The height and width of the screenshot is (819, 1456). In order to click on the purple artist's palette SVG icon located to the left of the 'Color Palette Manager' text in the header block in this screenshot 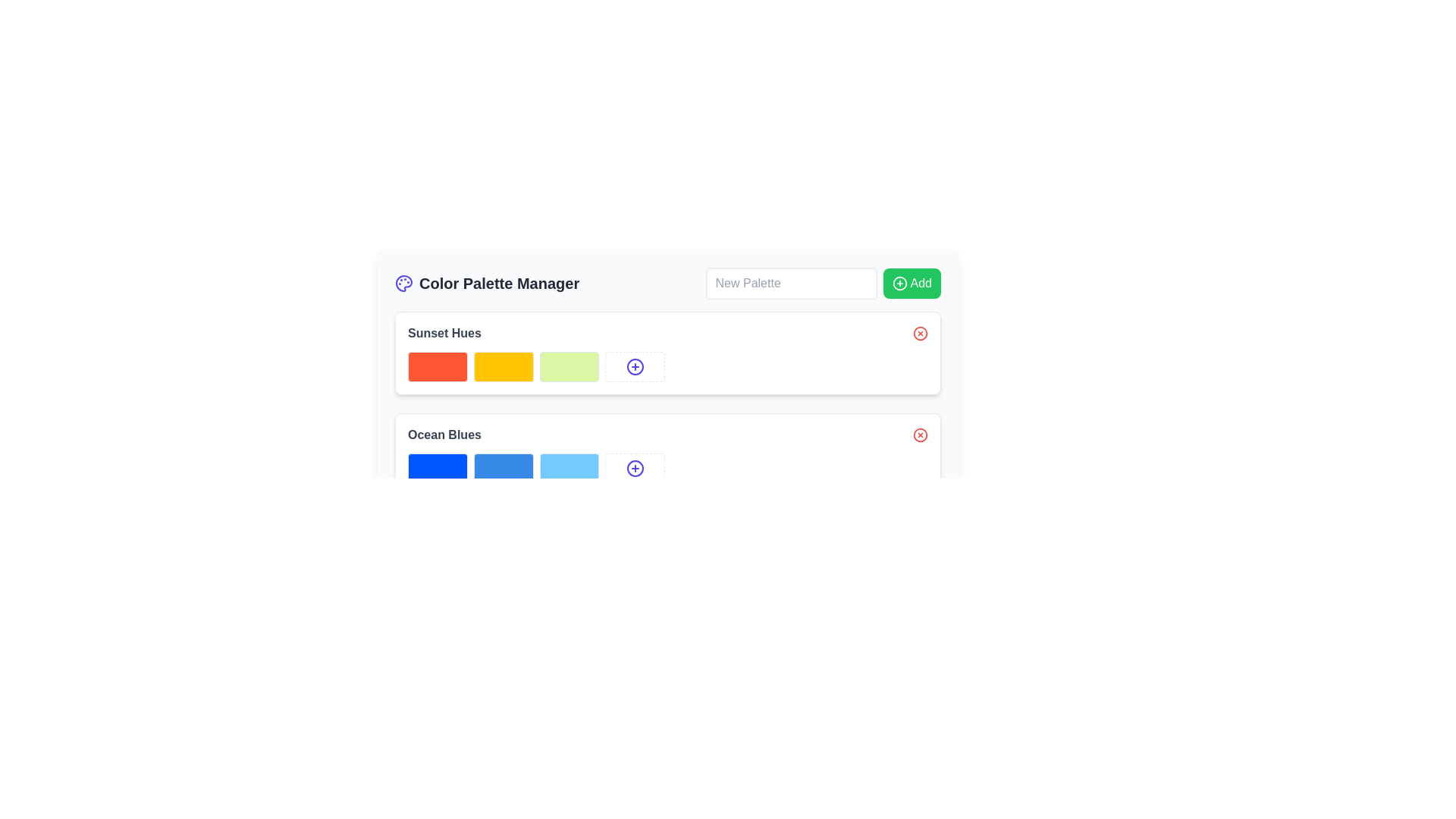, I will do `click(403, 284)`.